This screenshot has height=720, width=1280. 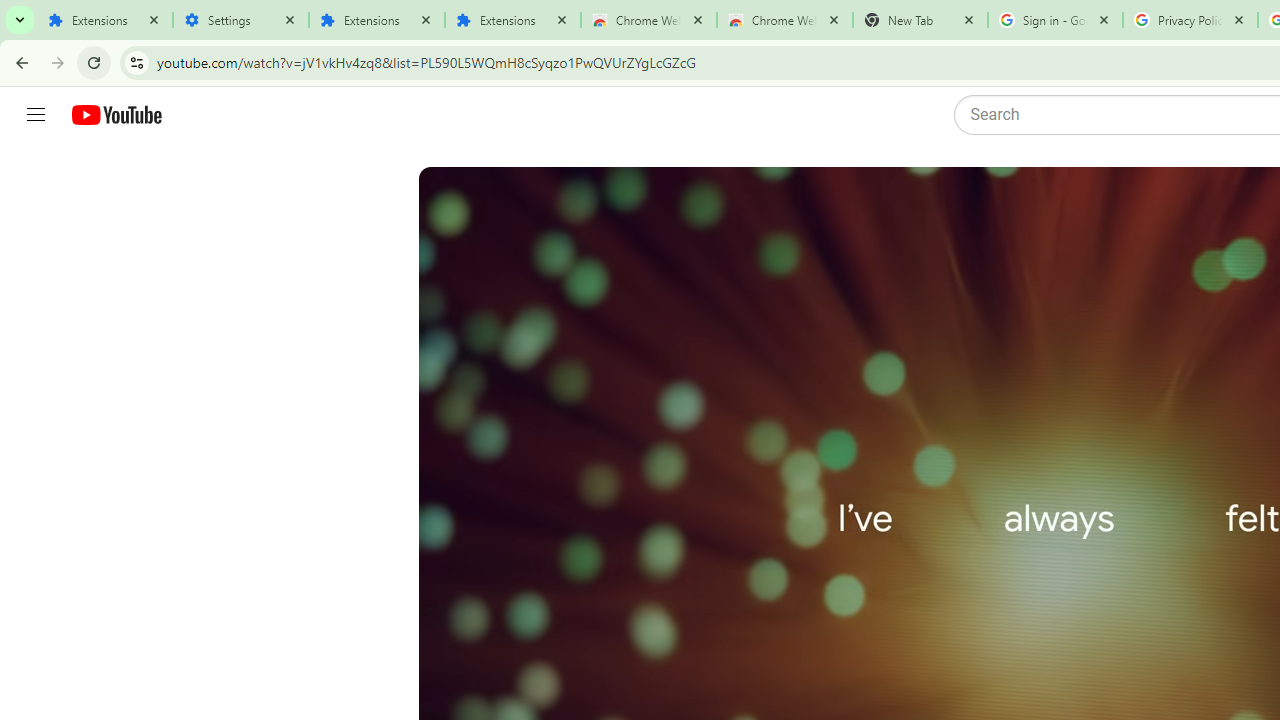 What do you see at coordinates (648, 20) in the screenshot?
I see `'Chrome Web Store'` at bounding box center [648, 20].